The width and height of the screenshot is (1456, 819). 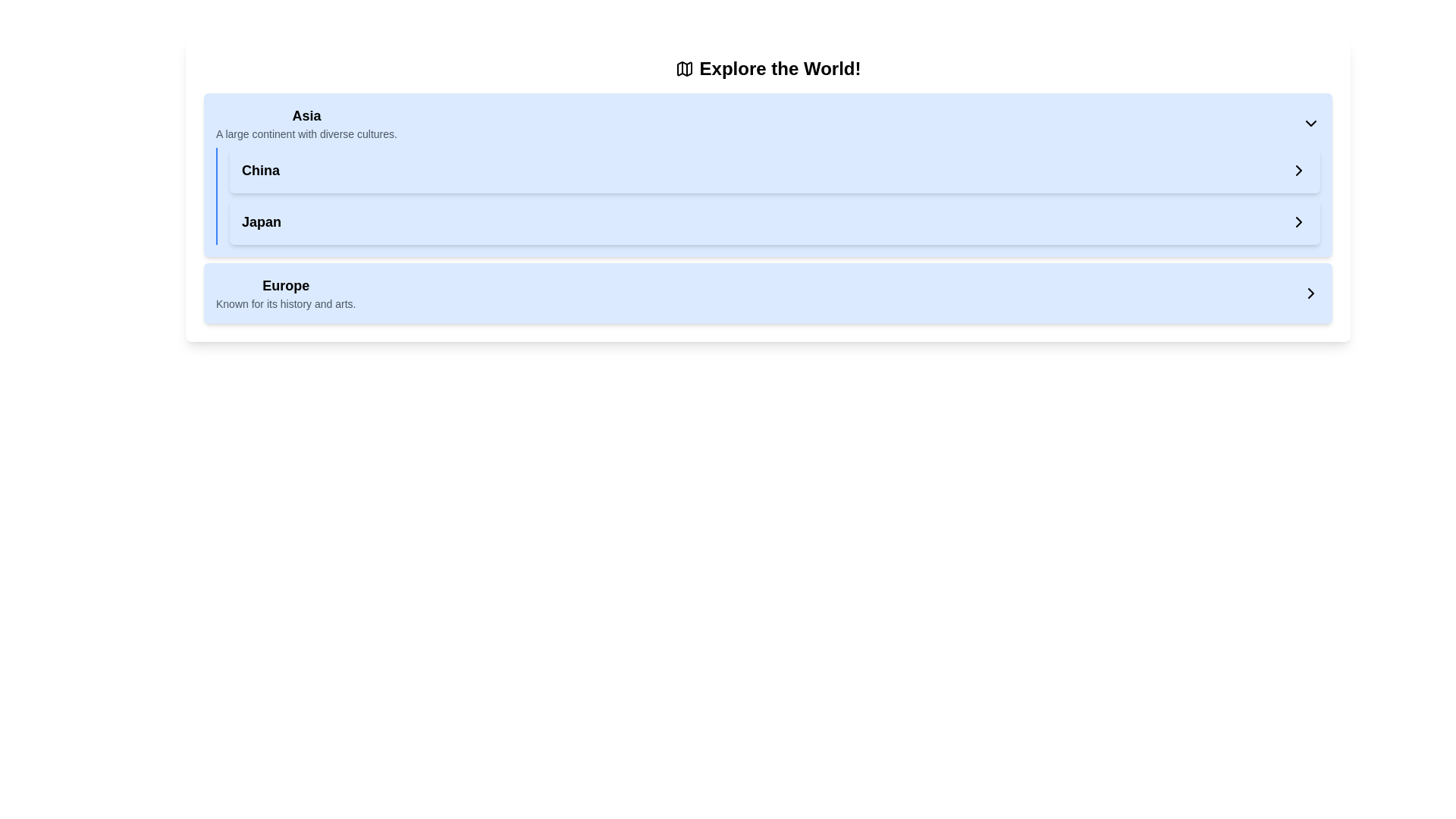 What do you see at coordinates (683, 69) in the screenshot?
I see `the decorative icon located to the left of the text 'Explore the World!' in the top area of the interface` at bounding box center [683, 69].